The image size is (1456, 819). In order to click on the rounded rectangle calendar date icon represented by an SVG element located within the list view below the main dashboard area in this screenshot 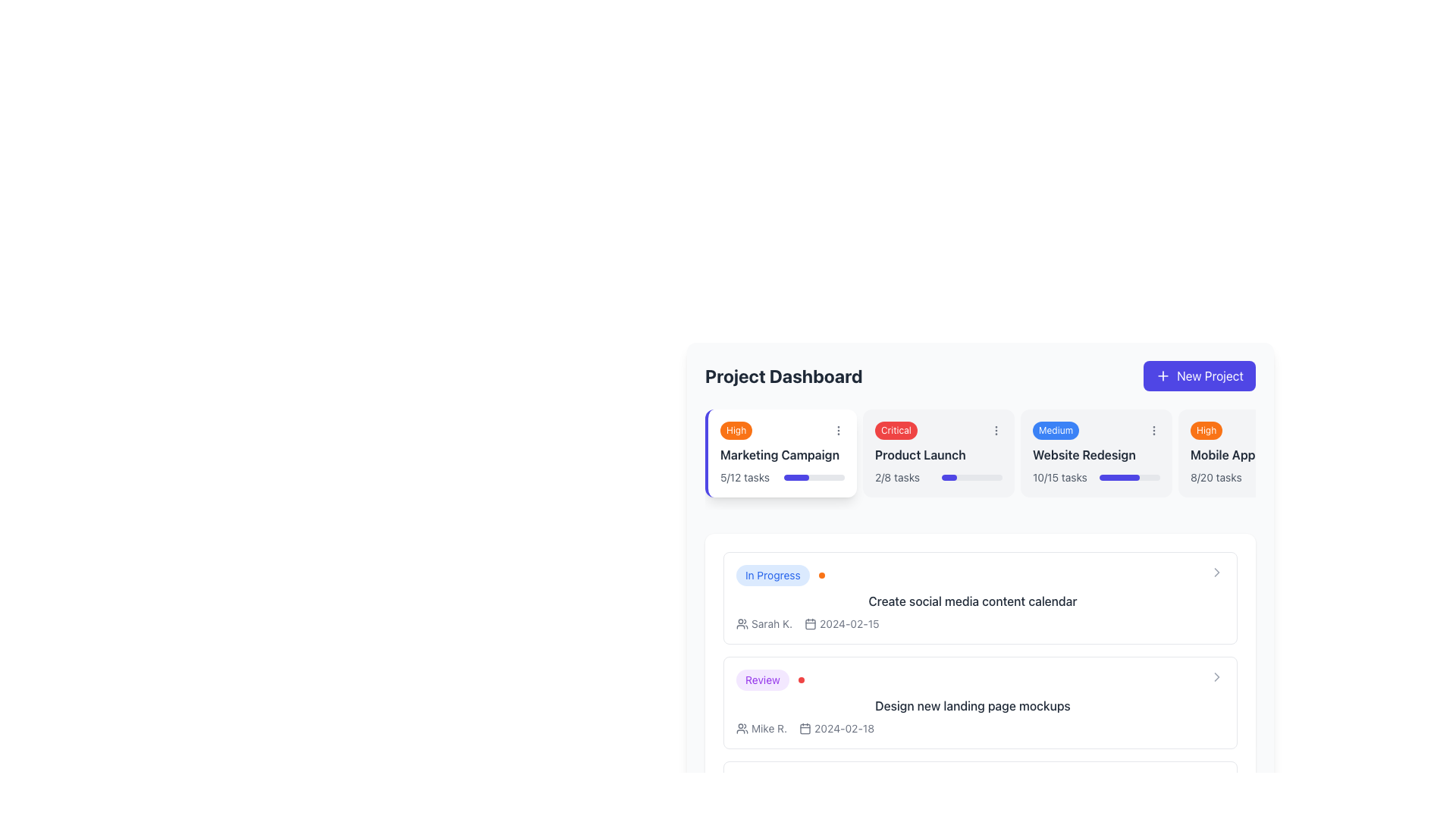, I will do `click(810, 624)`.